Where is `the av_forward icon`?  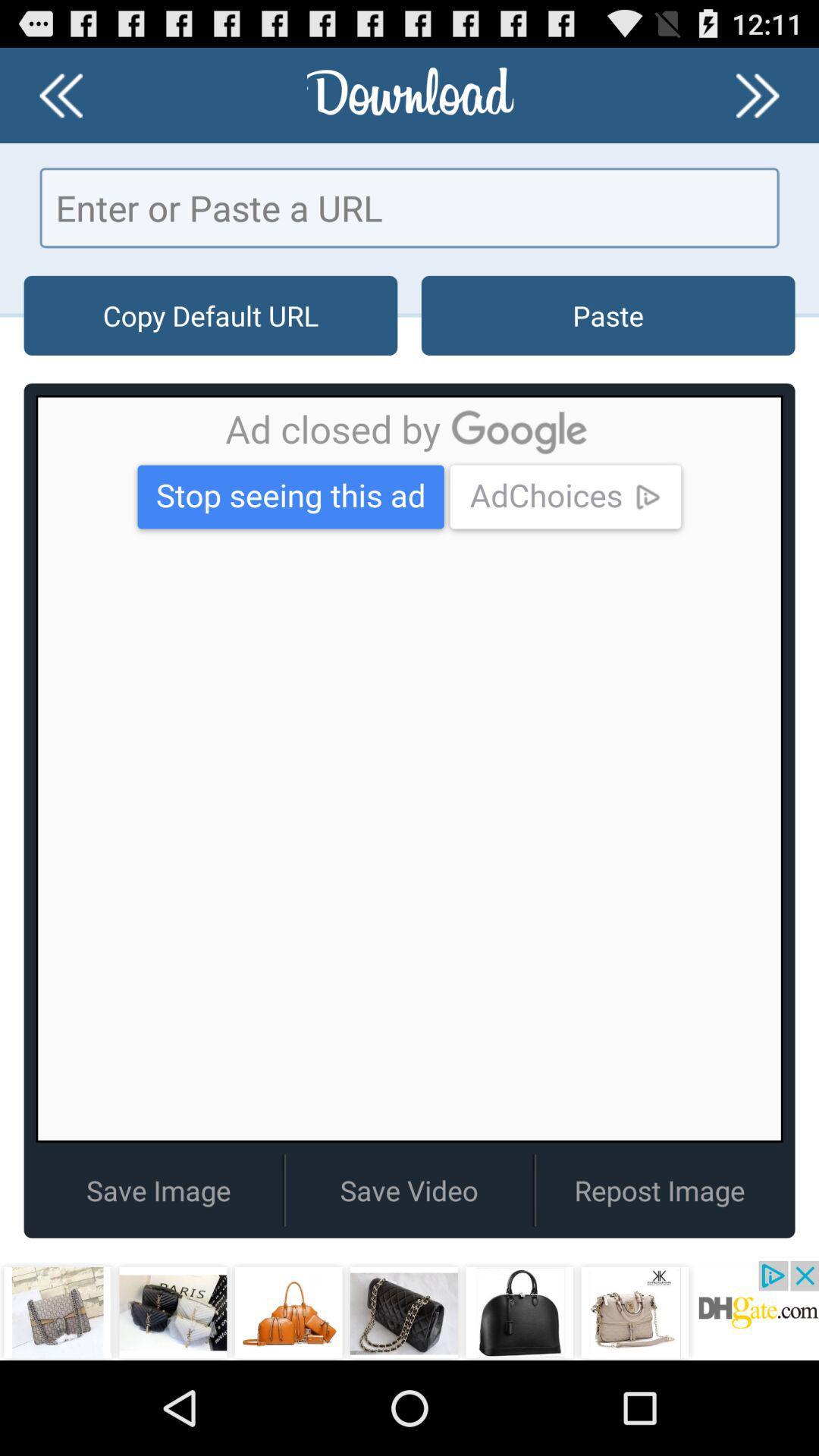
the av_forward icon is located at coordinates (758, 101).